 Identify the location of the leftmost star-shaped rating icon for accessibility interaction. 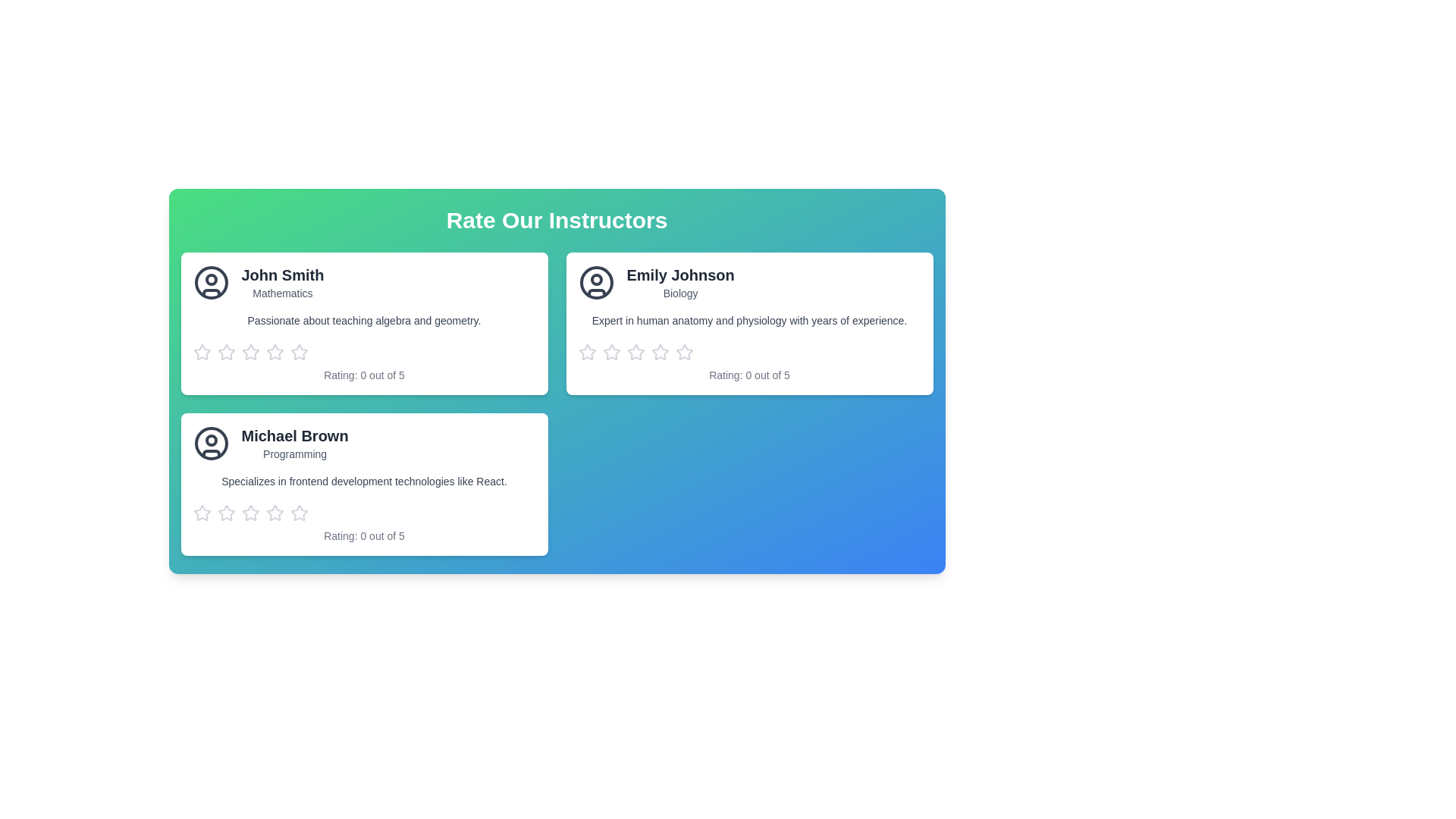
(201, 352).